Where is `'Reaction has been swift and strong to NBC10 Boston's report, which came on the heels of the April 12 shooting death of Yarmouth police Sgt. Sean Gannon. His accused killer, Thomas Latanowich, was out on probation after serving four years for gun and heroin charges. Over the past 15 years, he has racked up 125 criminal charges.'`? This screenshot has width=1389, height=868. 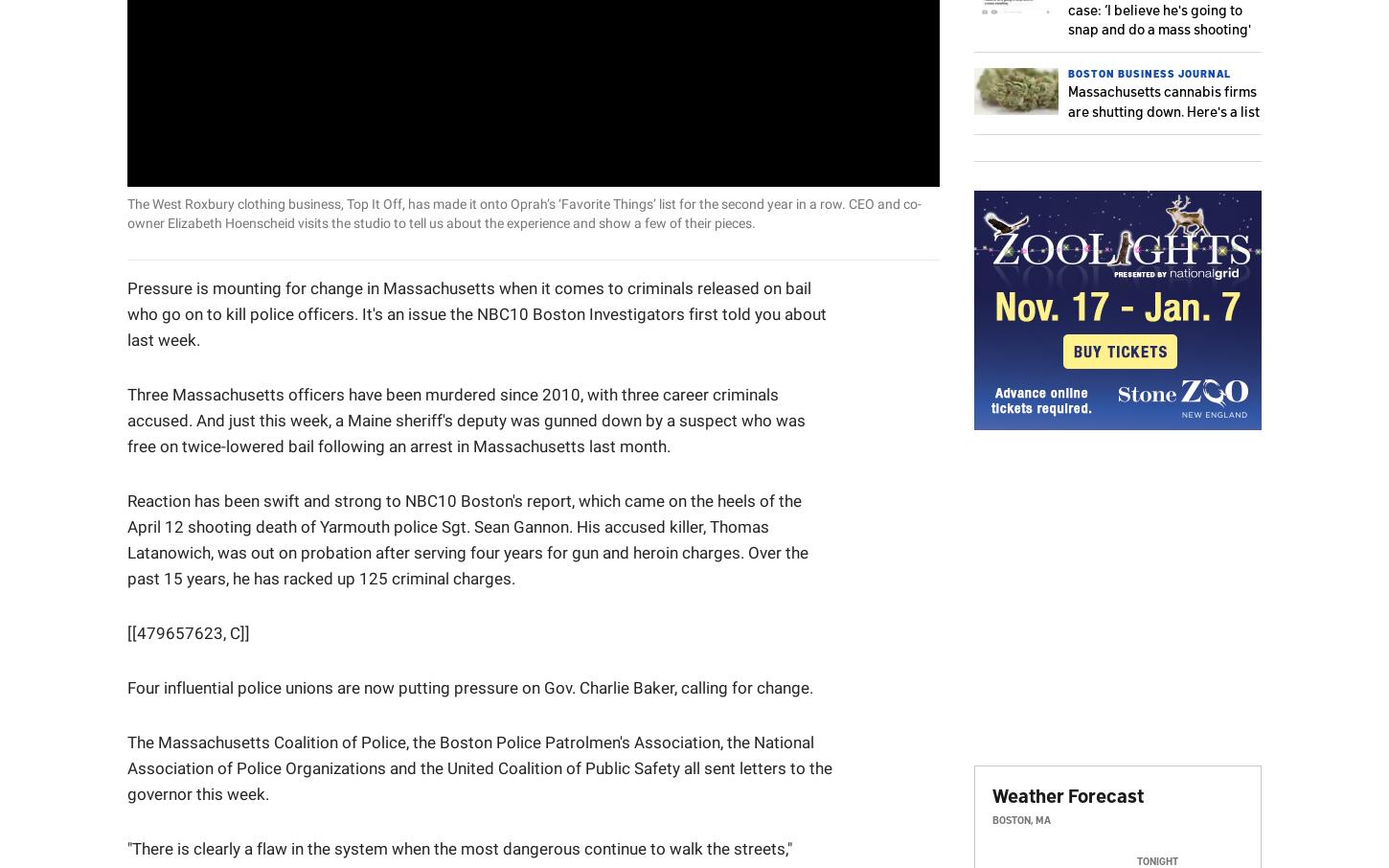
'Reaction has been swift and strong to NBC10 Boston's report, which came on the heels of the April 12 shooting death of Yarmouth police Sgt. Sean Gannon. His accused killer, Thomas Latanowich, was out on probation after serving four years for gun and heroin charges. Over the past 15 years, he has racked up 125 criminal charges.' is located at coordinates (467, 537).